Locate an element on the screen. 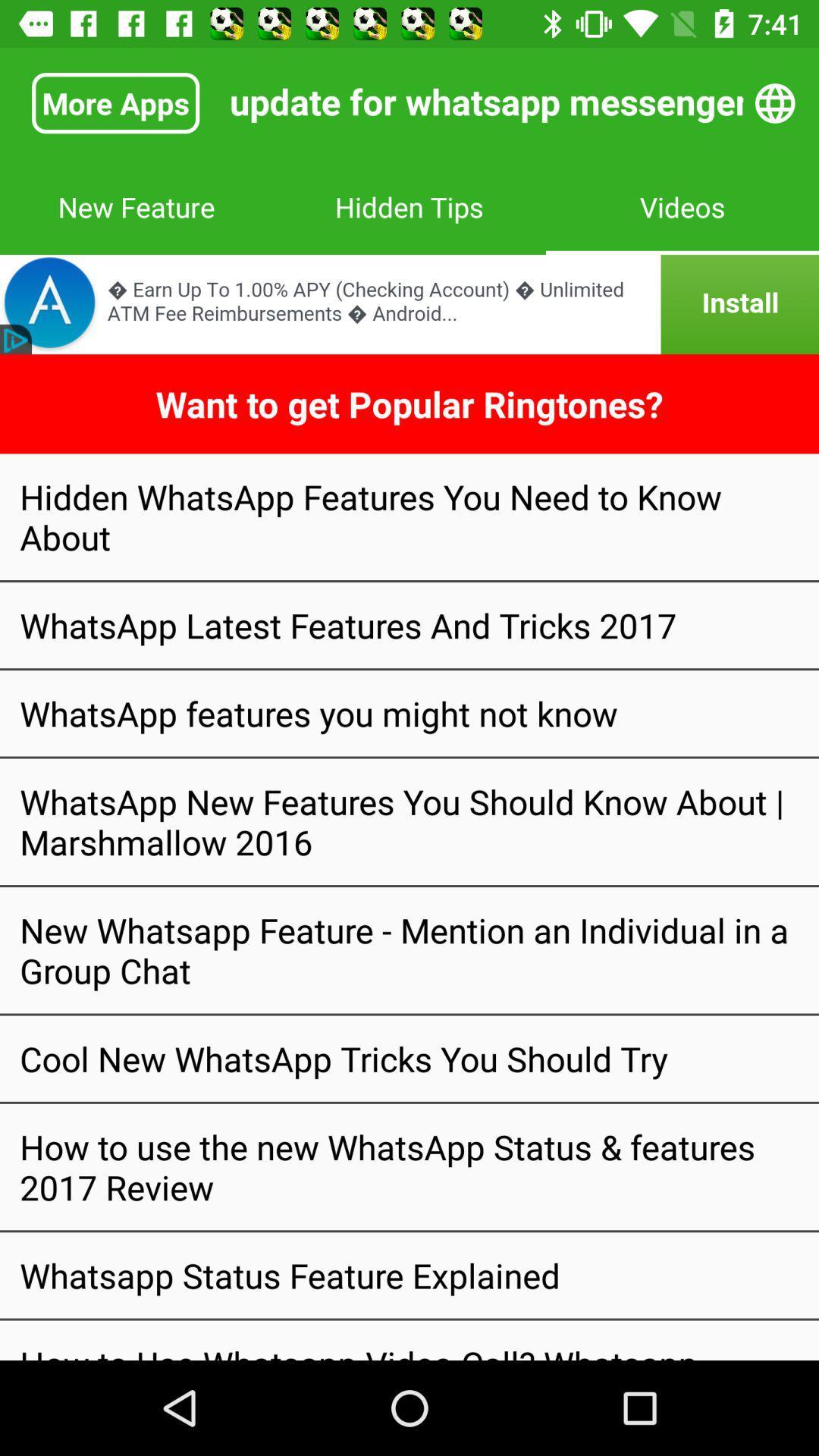  use global settings is located at coordinates (775, 102).